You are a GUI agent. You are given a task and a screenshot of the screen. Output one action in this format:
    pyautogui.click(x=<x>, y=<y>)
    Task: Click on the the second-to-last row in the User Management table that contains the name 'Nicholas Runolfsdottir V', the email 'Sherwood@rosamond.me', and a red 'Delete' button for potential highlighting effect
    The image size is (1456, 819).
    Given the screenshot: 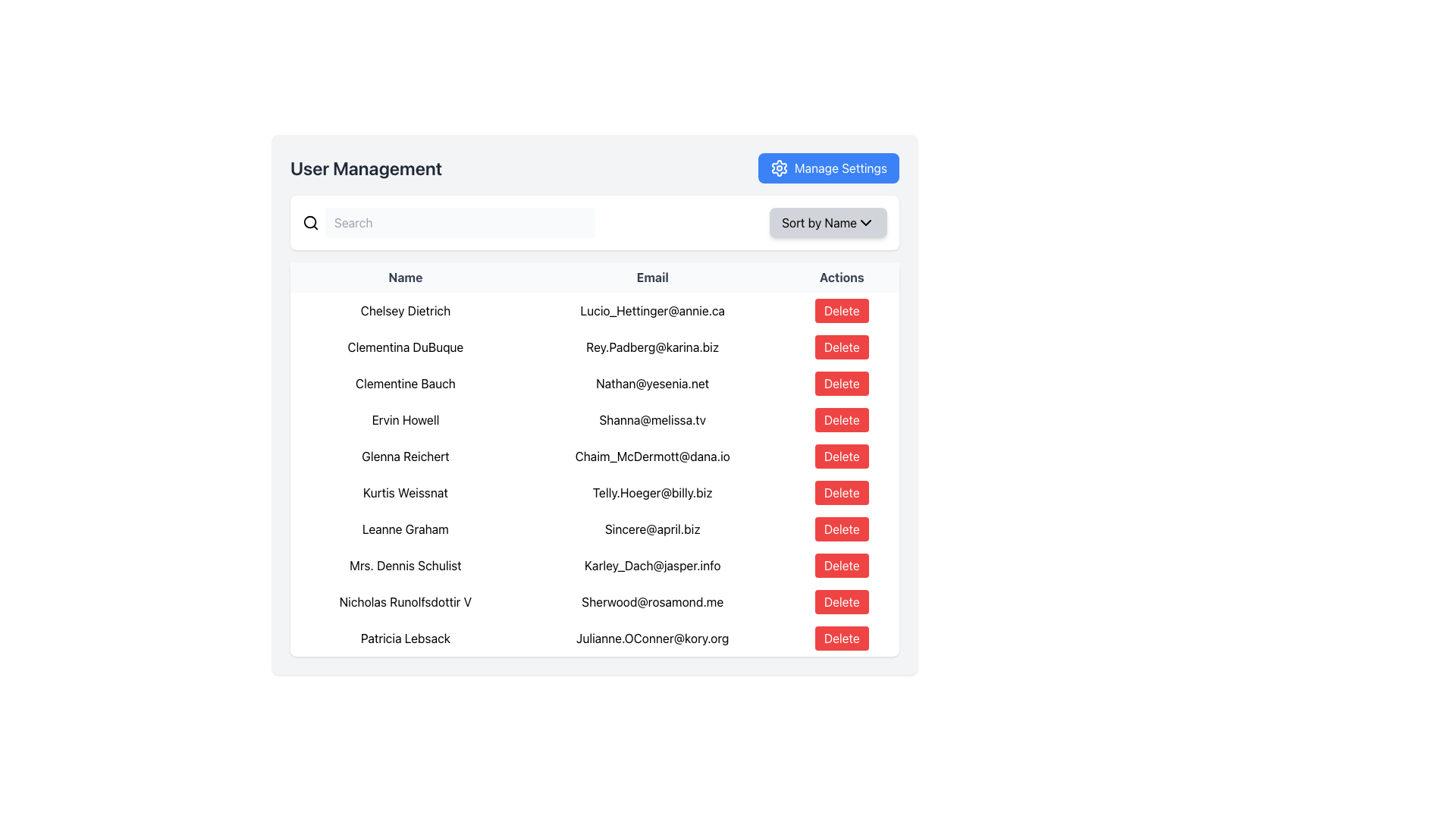 What is the action you would take?
    pyautogui.click(x=594, y=601)
    